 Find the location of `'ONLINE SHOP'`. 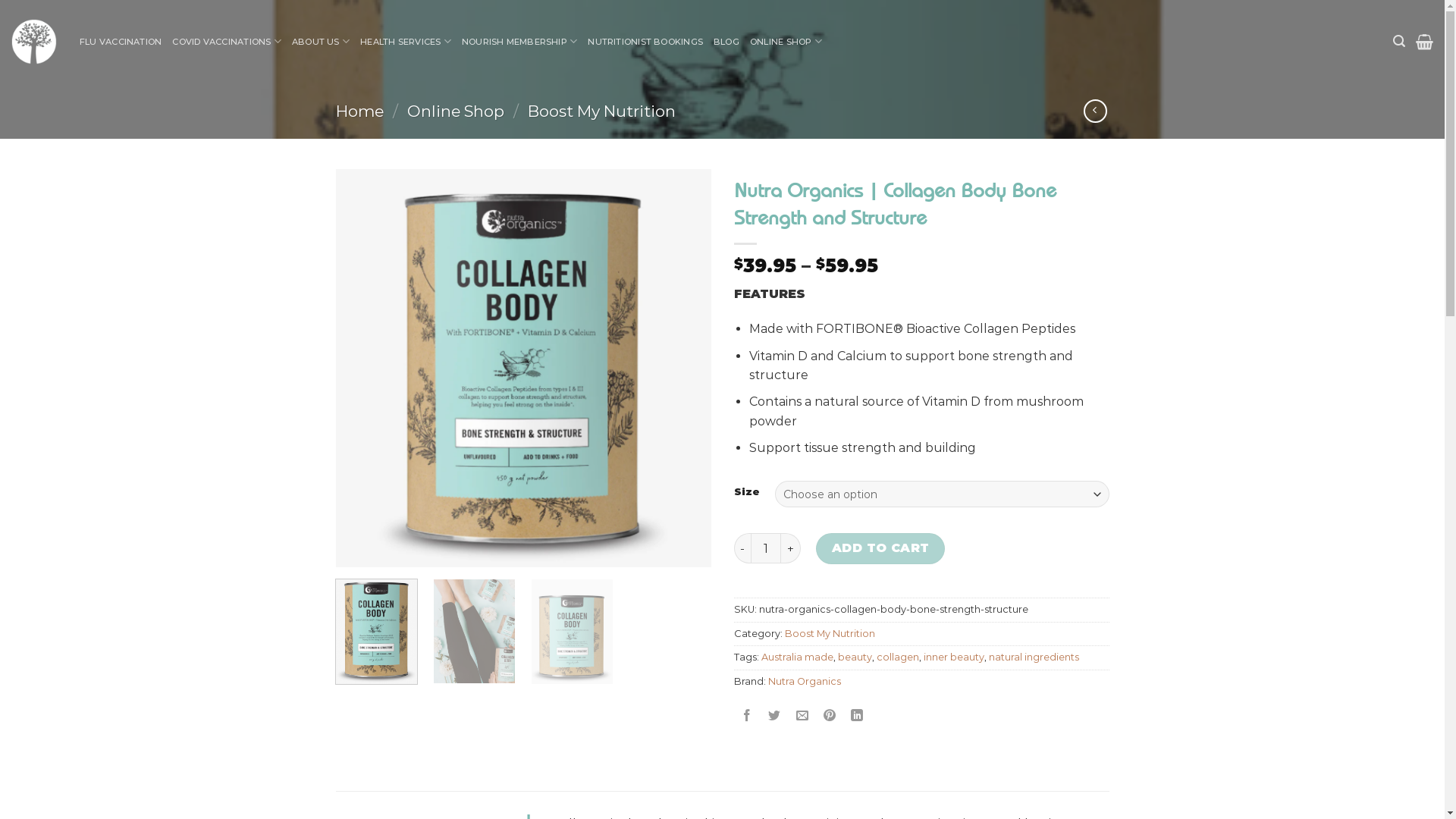

'ONLINE SHOP' is located at coordinates (786, 40).